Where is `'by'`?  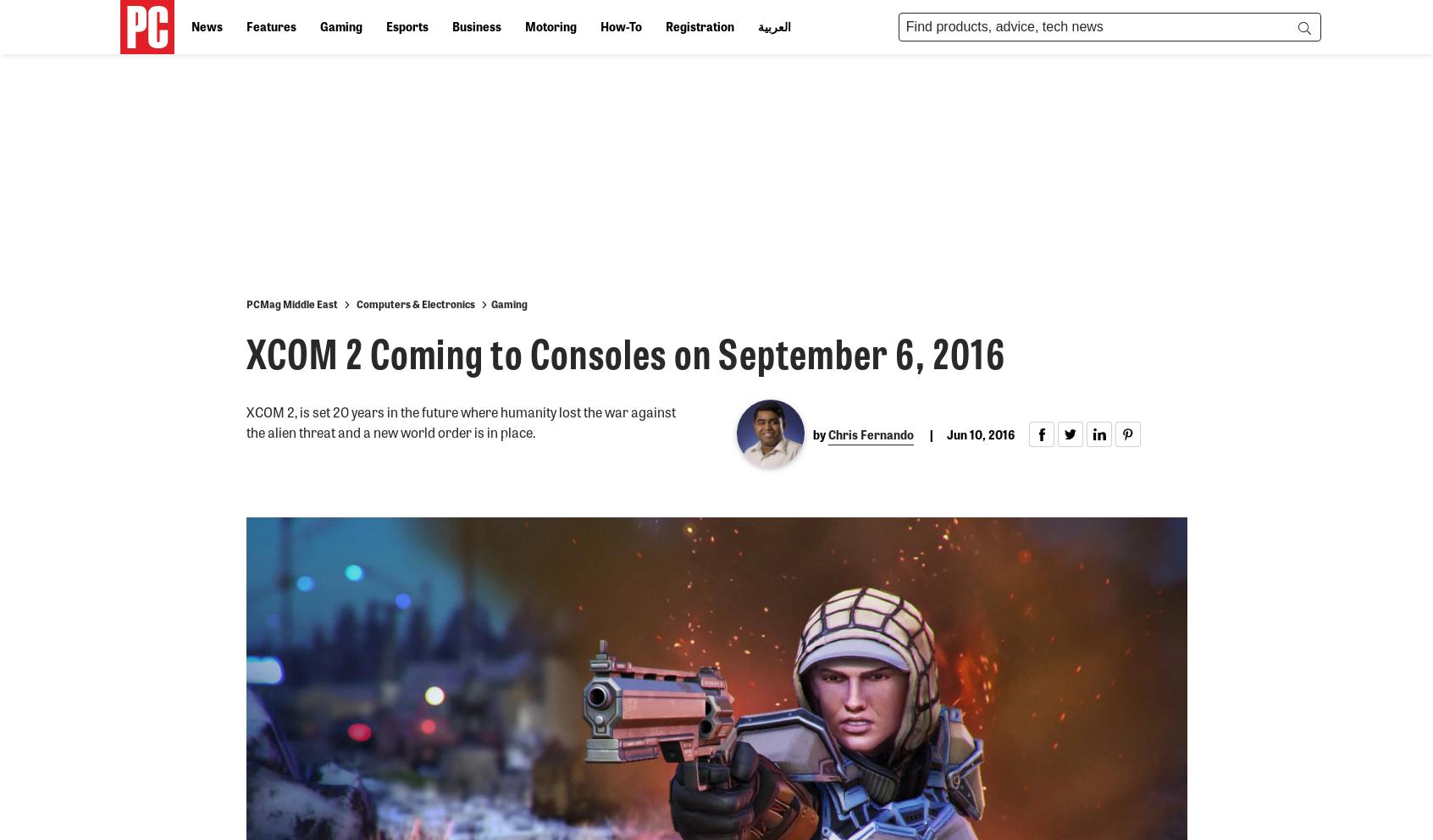
'by' is located at coordinates (813, 433).